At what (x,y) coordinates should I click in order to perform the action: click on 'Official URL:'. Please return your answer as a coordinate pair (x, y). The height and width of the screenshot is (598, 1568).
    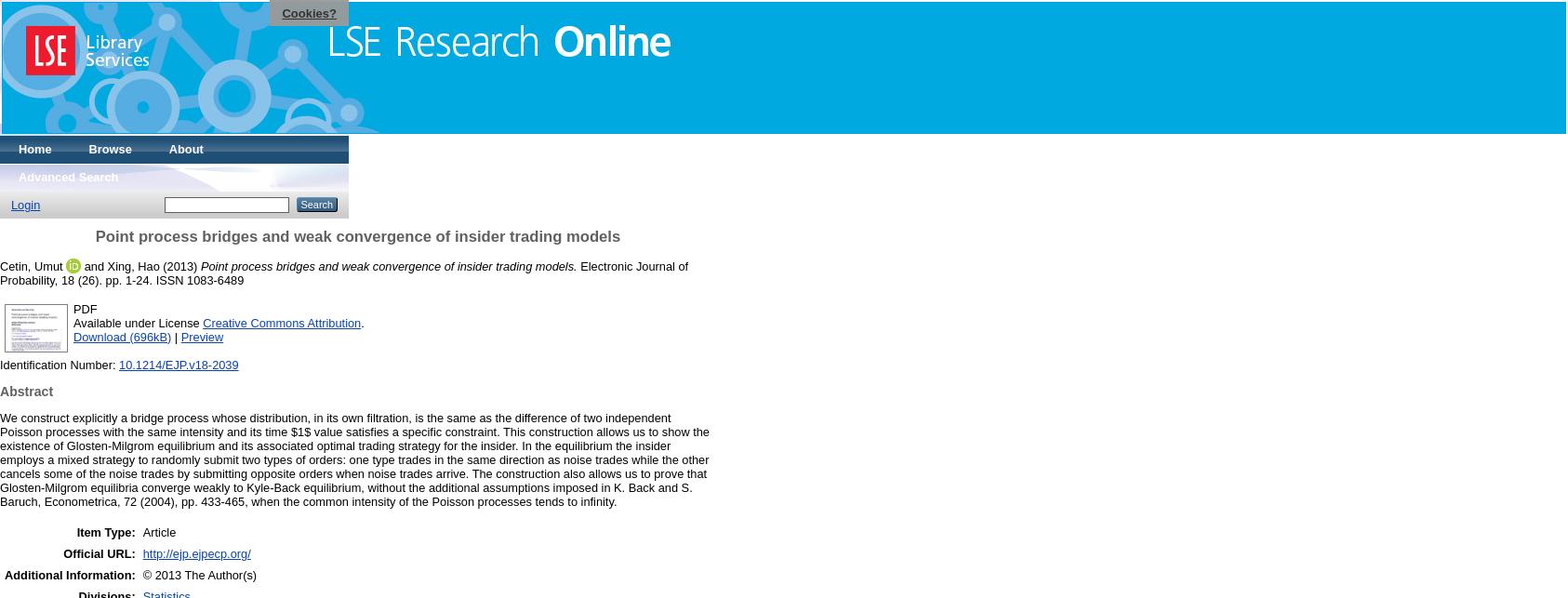
    Looking at the image, I should click on (98, 551).